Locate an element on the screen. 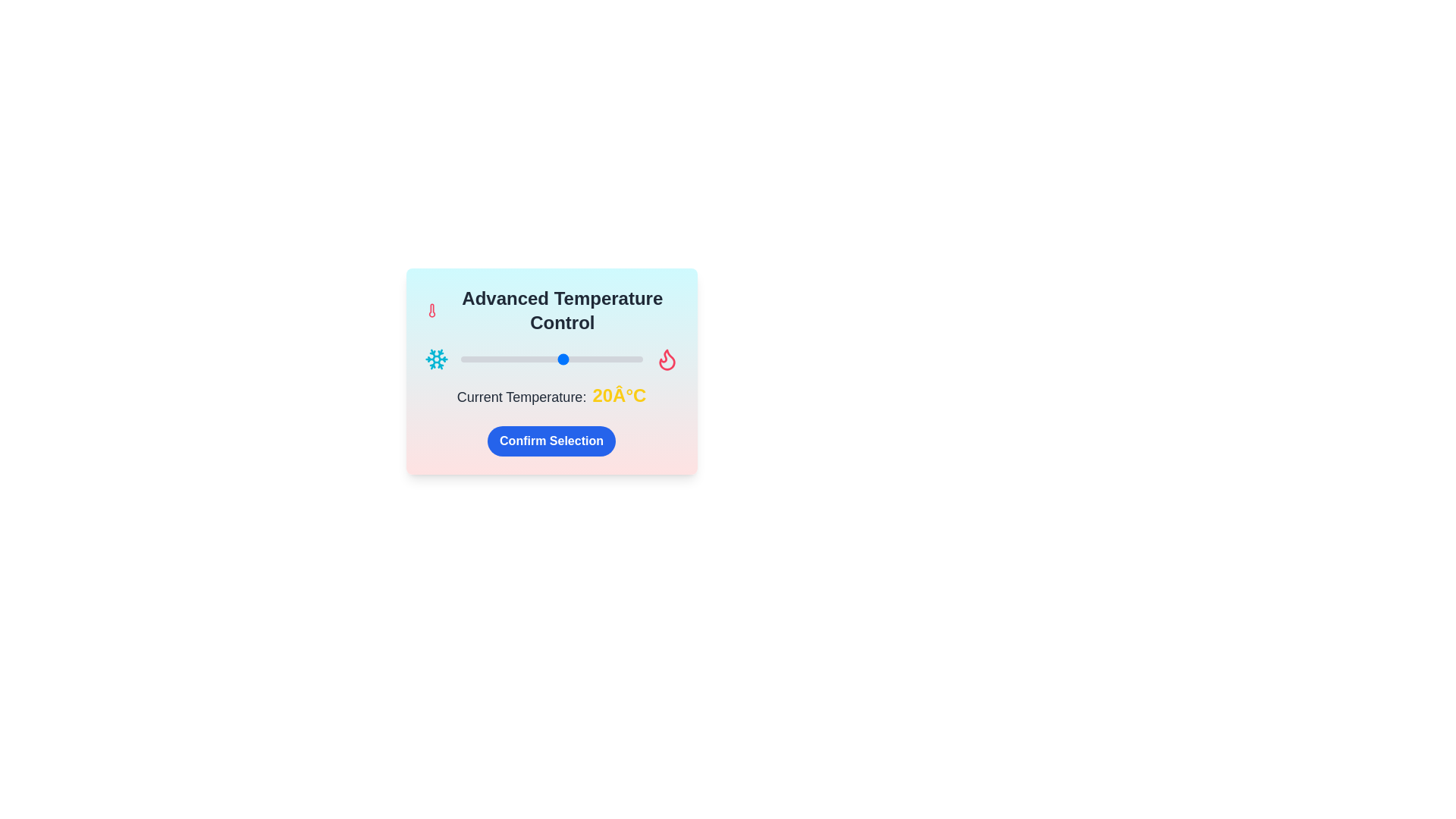 This screenshot has height=819, width=1456. the flame icon to provide feedback is located at coordinates (667, 359).